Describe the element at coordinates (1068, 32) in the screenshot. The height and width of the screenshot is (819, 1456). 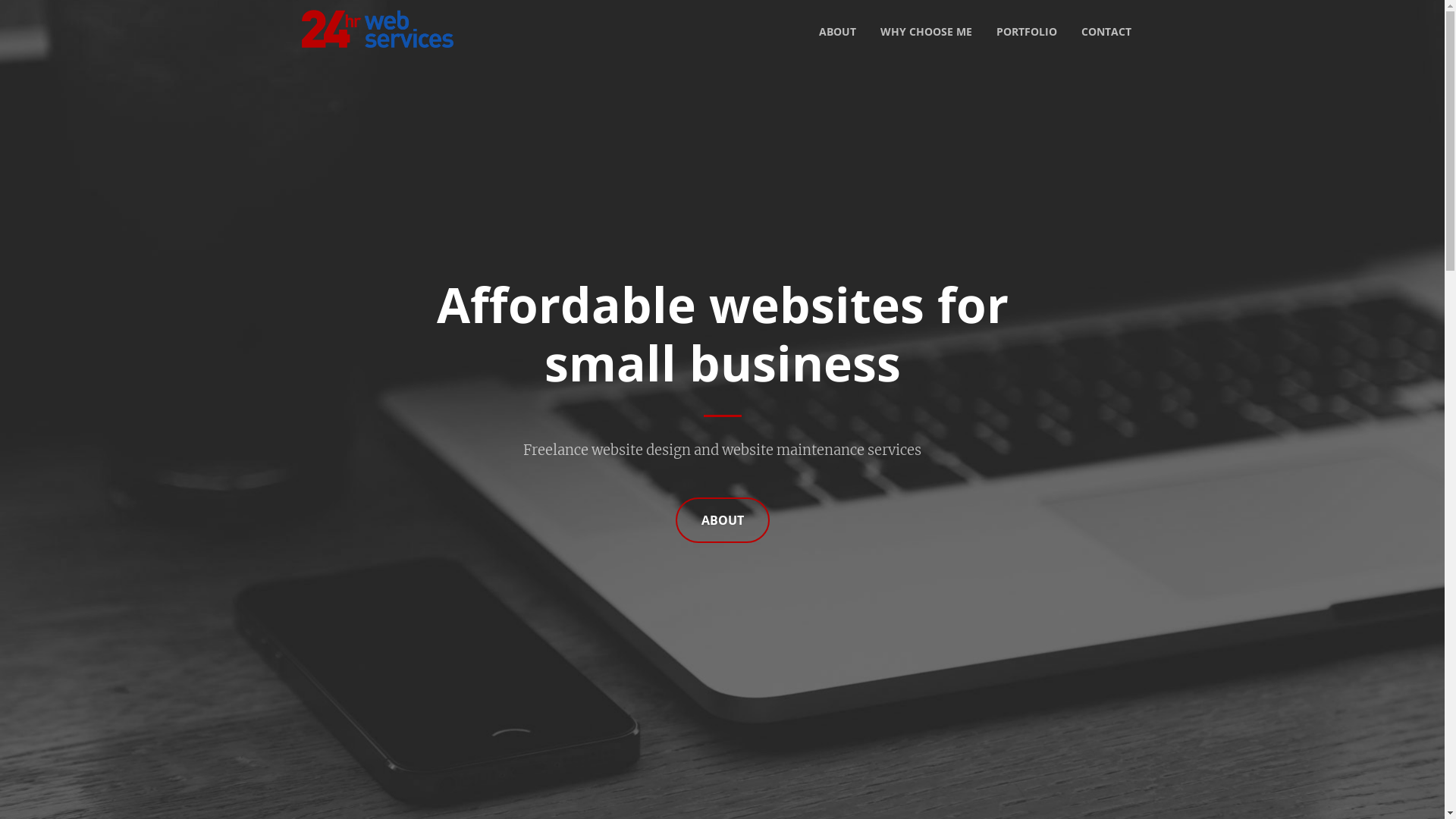
I see `'CONTACT'` at that location.